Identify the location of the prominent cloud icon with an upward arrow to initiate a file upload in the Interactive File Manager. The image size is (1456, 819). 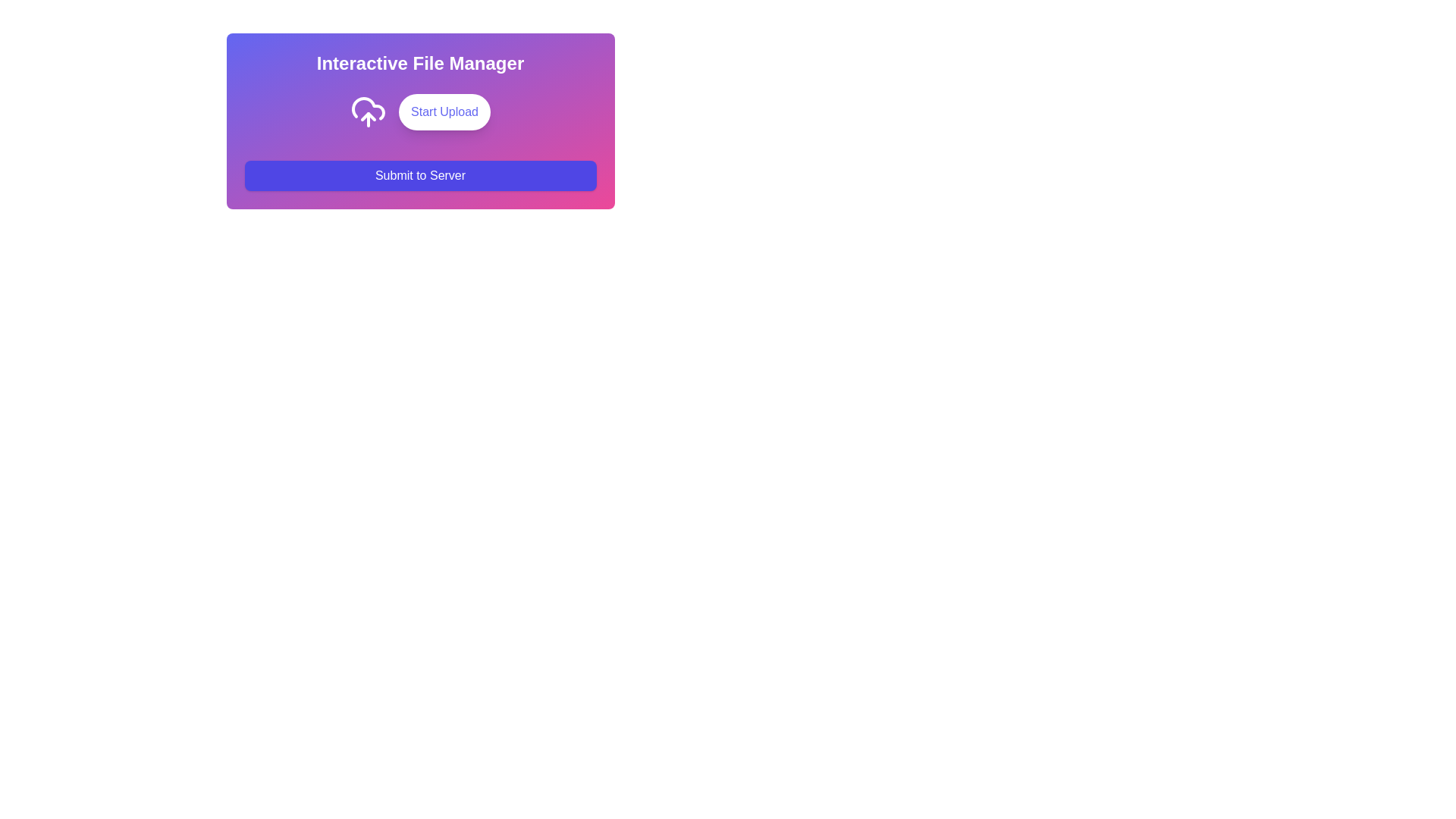
(368, 111).